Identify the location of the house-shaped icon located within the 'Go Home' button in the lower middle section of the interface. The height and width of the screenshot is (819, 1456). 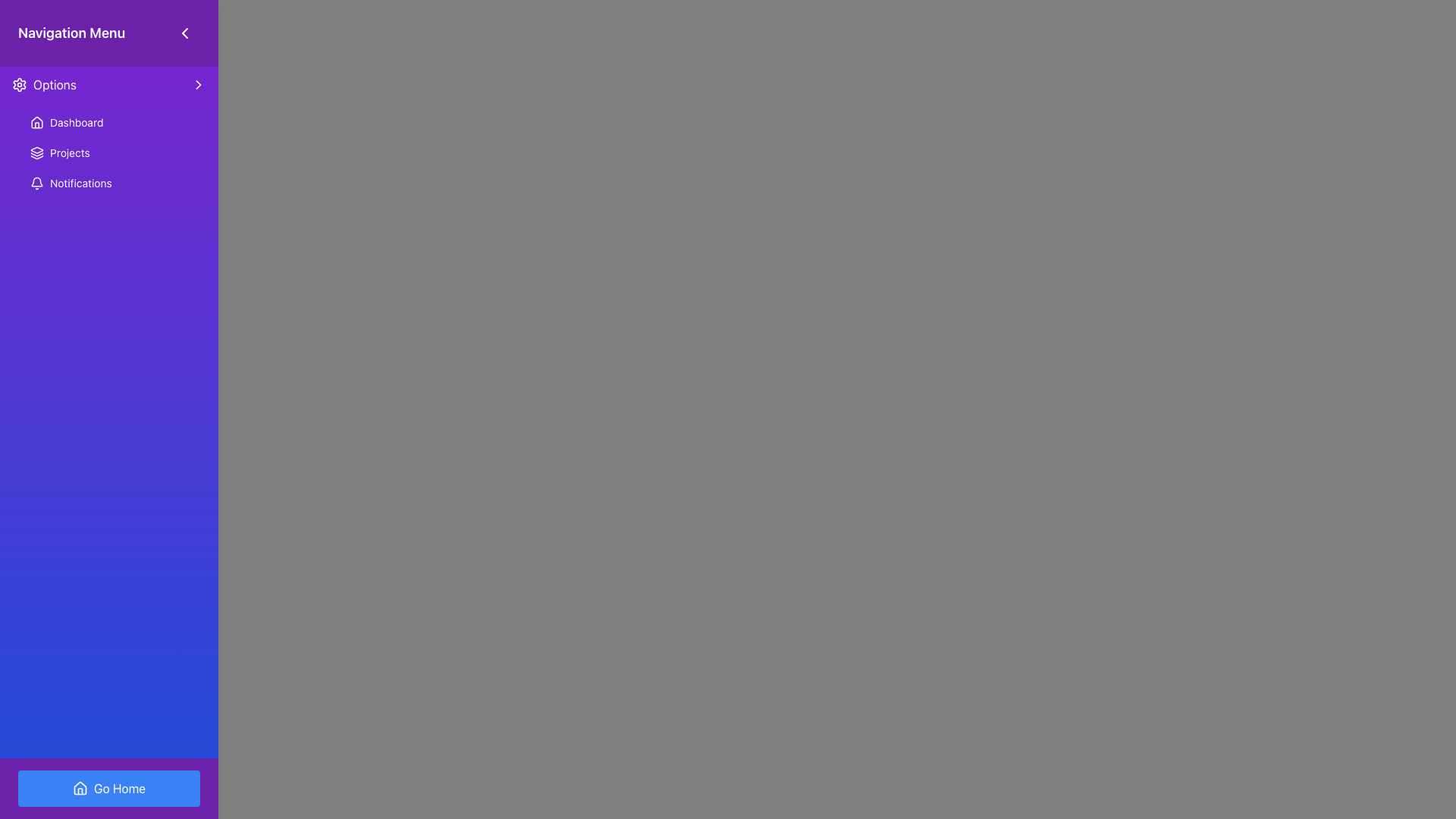
(79, 788).